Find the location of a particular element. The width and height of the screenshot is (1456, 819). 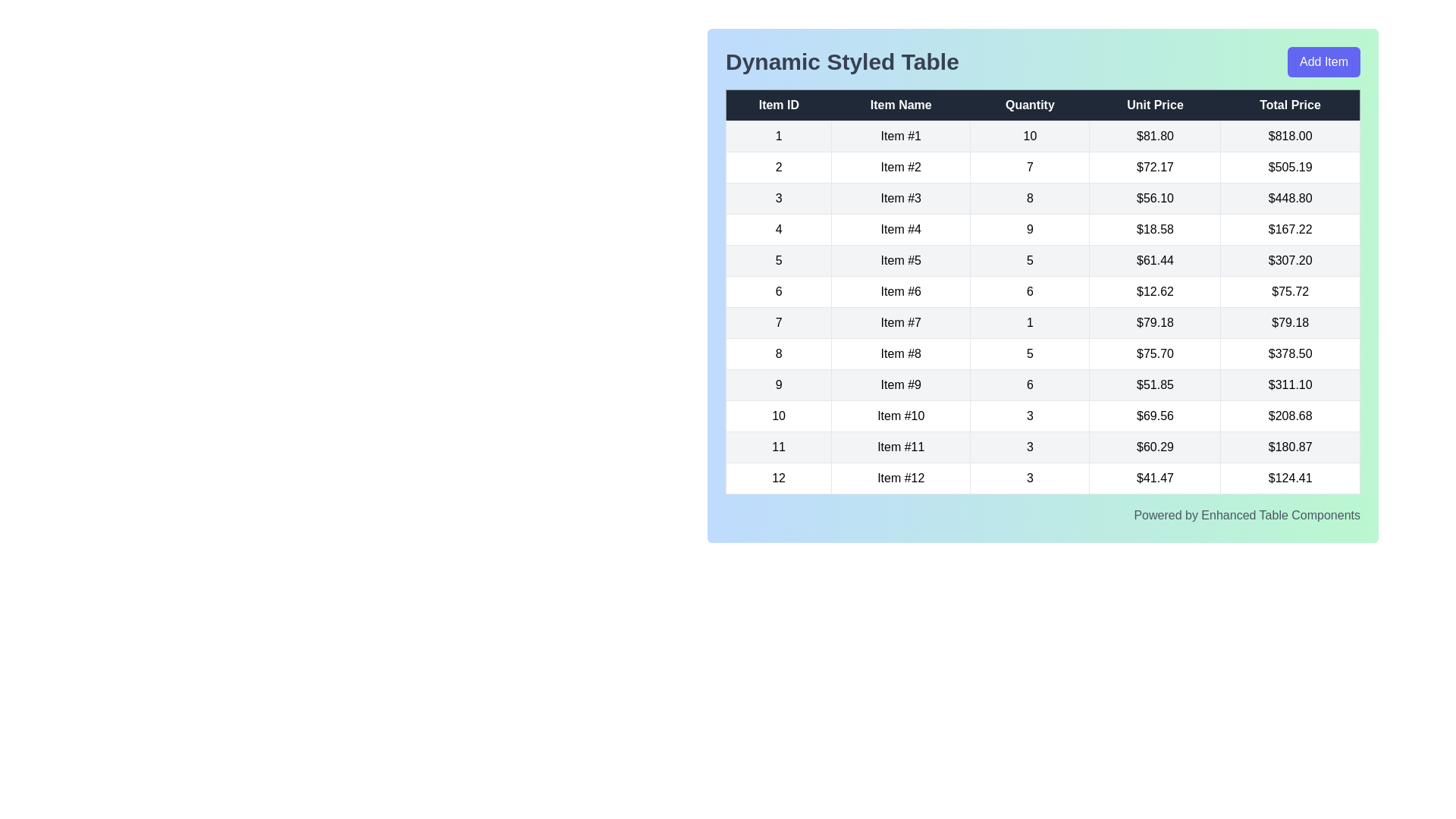

'Add Item' button to add a new row to the table is located at coordinates (1323, 61).